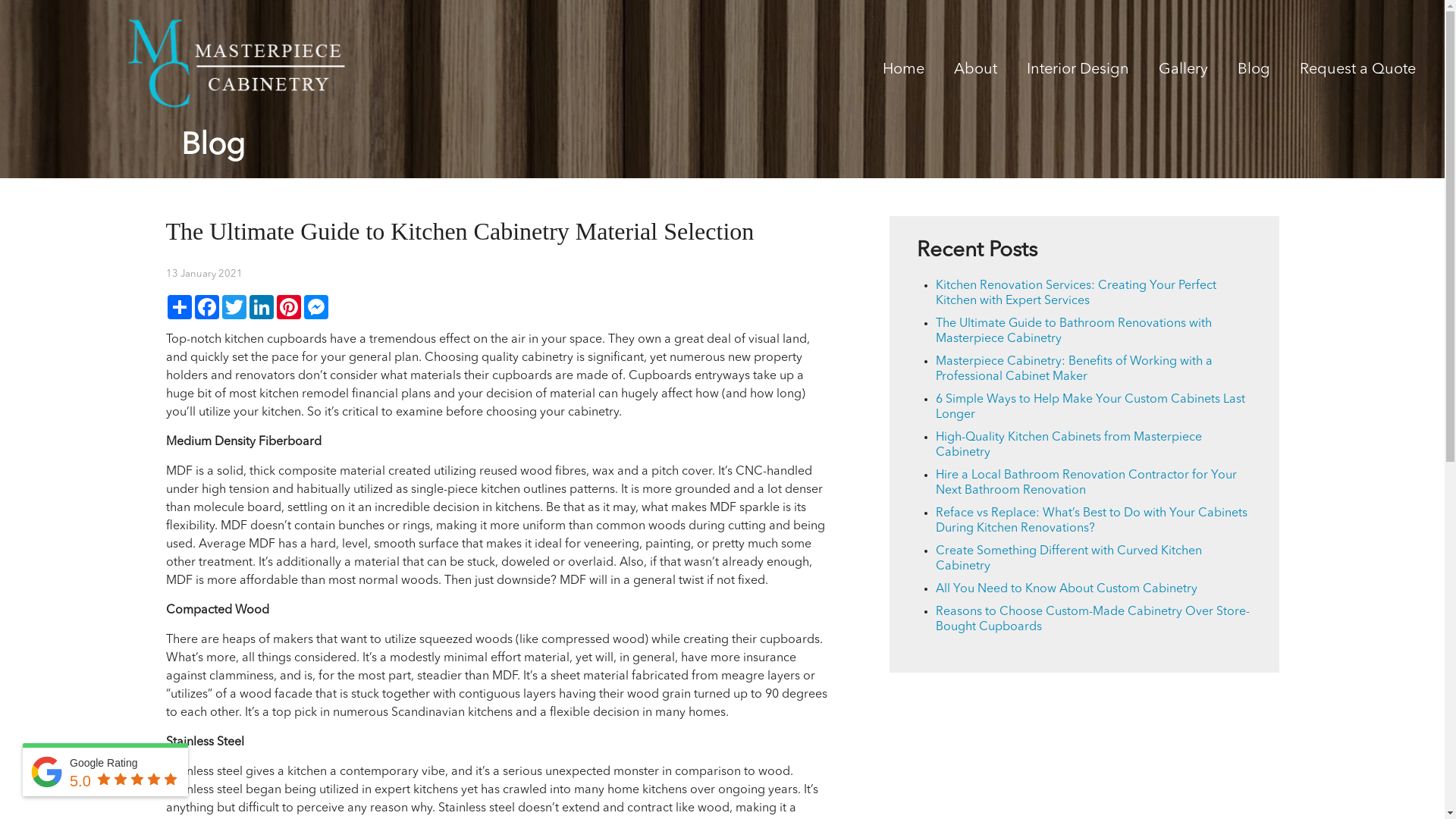  Describe the element at coordinates (302, 307) in the screenshot. I see `'Messenger'` at that location.